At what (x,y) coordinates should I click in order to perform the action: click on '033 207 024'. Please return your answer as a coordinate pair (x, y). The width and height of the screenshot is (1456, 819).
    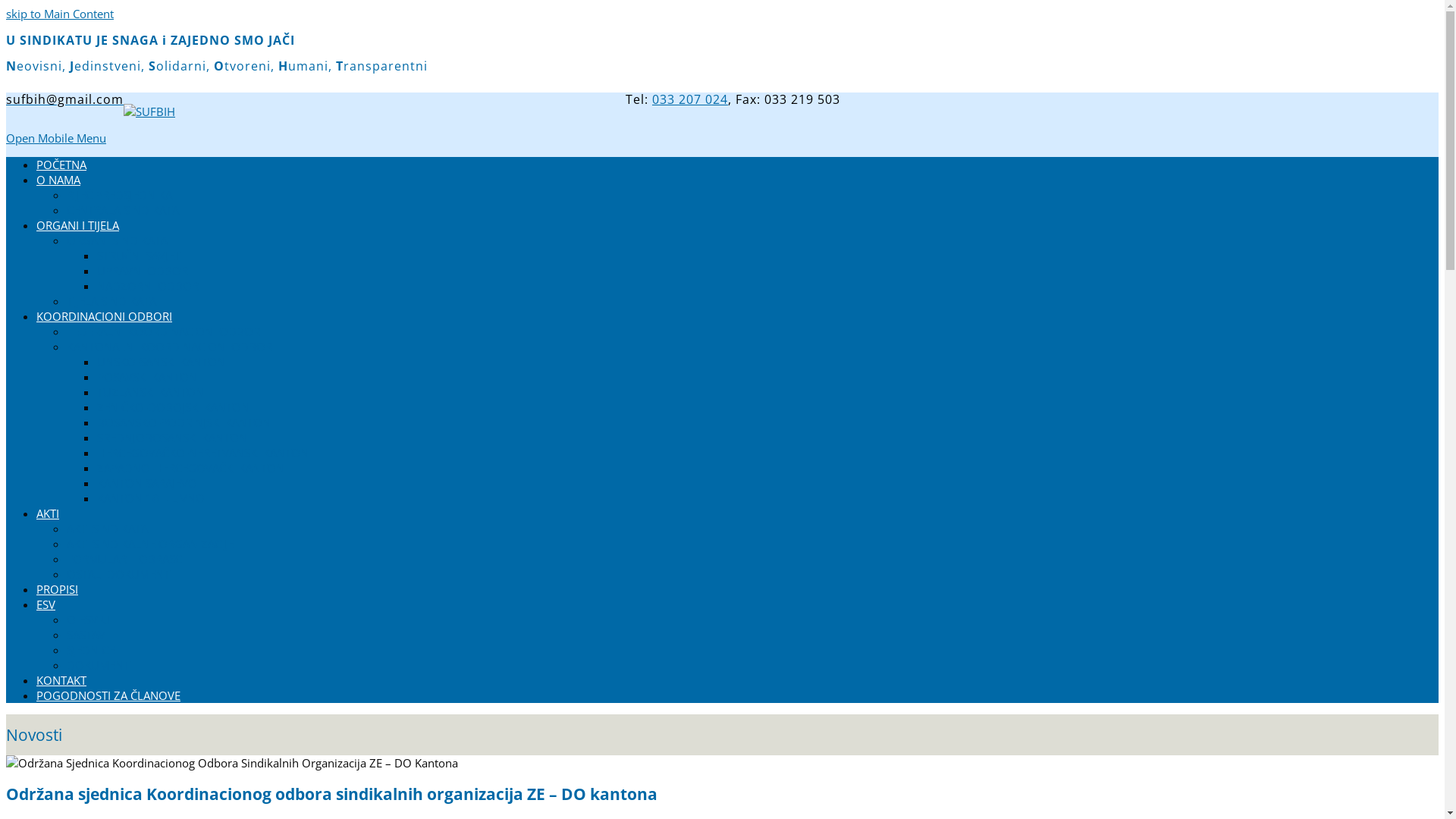
    Looking at the image, I should click on (651, 99).